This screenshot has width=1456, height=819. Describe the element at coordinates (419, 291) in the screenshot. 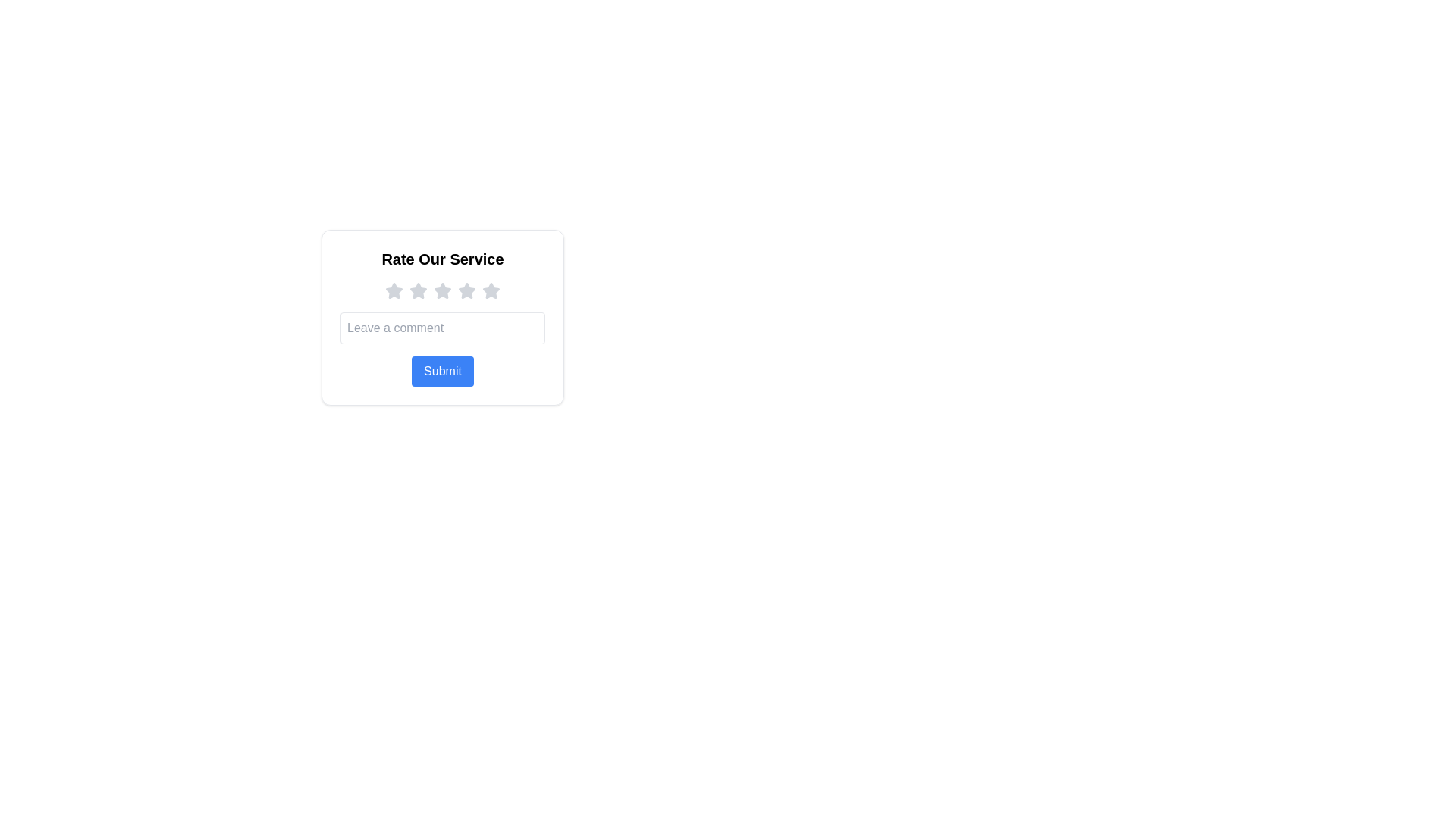

I see `the second star icon` at that location.